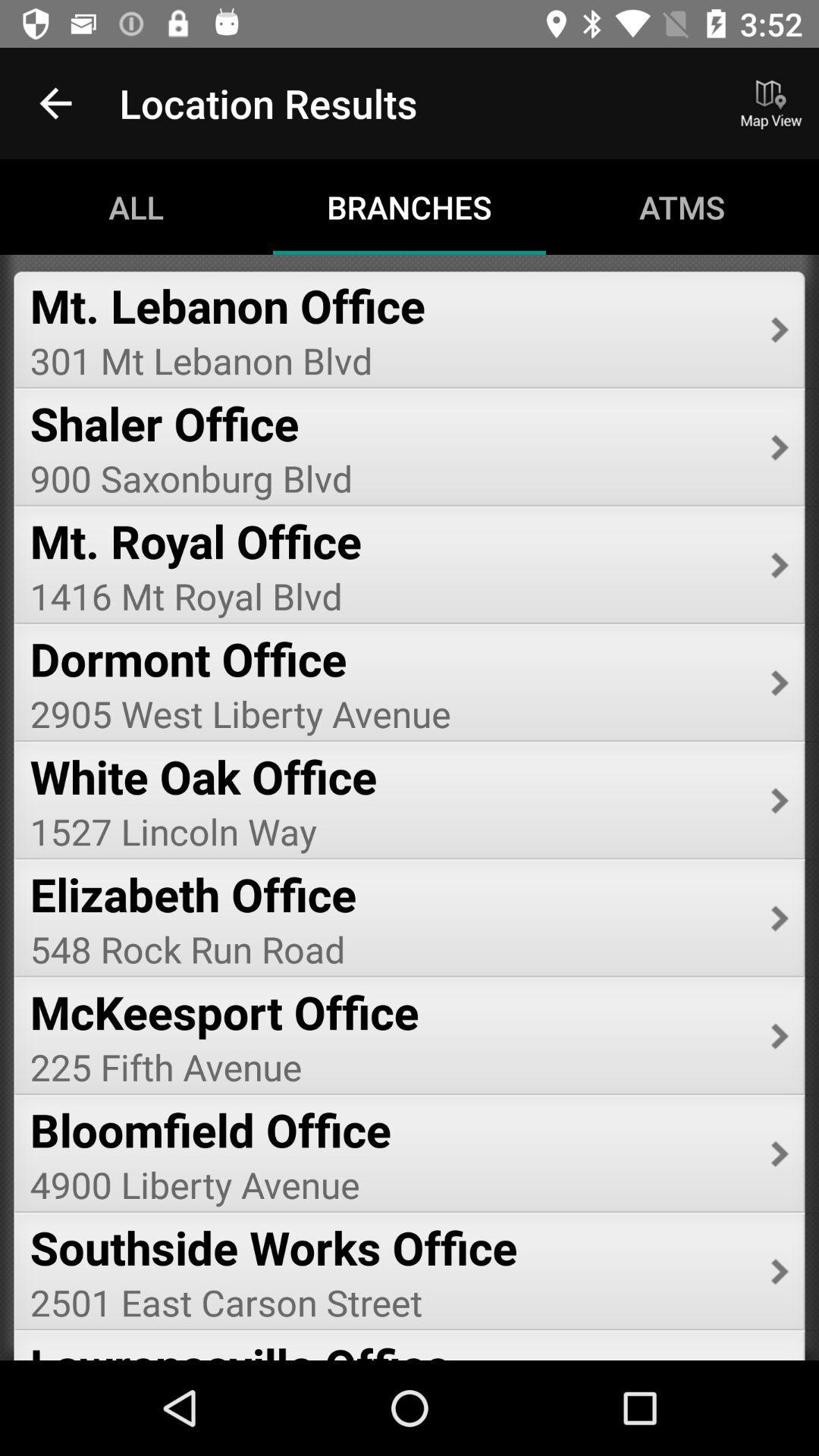 This screenshot has width=819, height=1456. I want to click on the item below 548 rock run, so click(389, 1012).